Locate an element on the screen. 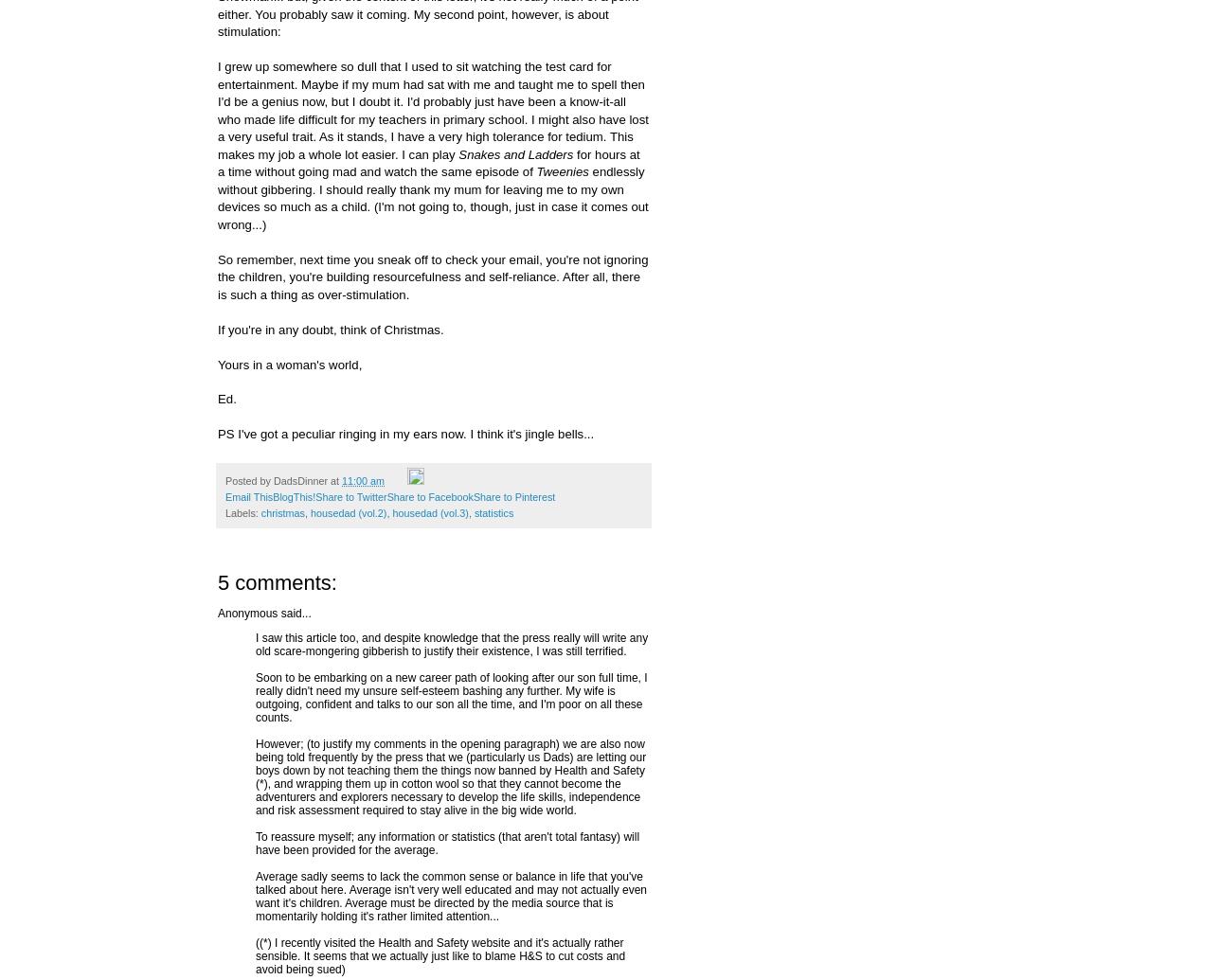 Image resolution: width=1220 pixels, height=980 pixels. 'endlessly without gibbering. I should really thank my mum for leaving me to my own devices so much as a child. (I'm not going to, though, just in case it comes out wrong...)' is located at coordinates (432, 197).